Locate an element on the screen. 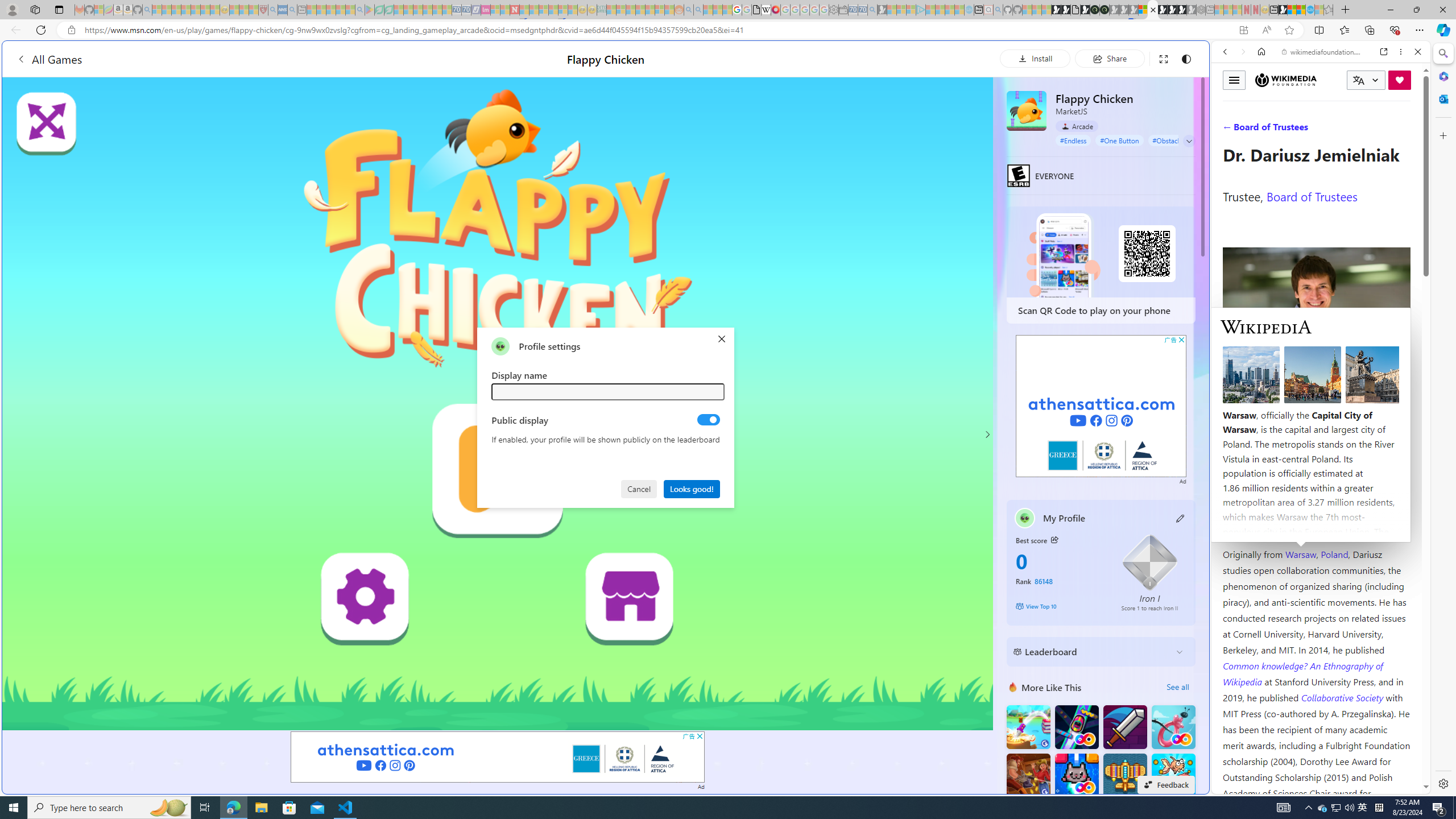  'More Like This' is located at coordinates (1012, 686).